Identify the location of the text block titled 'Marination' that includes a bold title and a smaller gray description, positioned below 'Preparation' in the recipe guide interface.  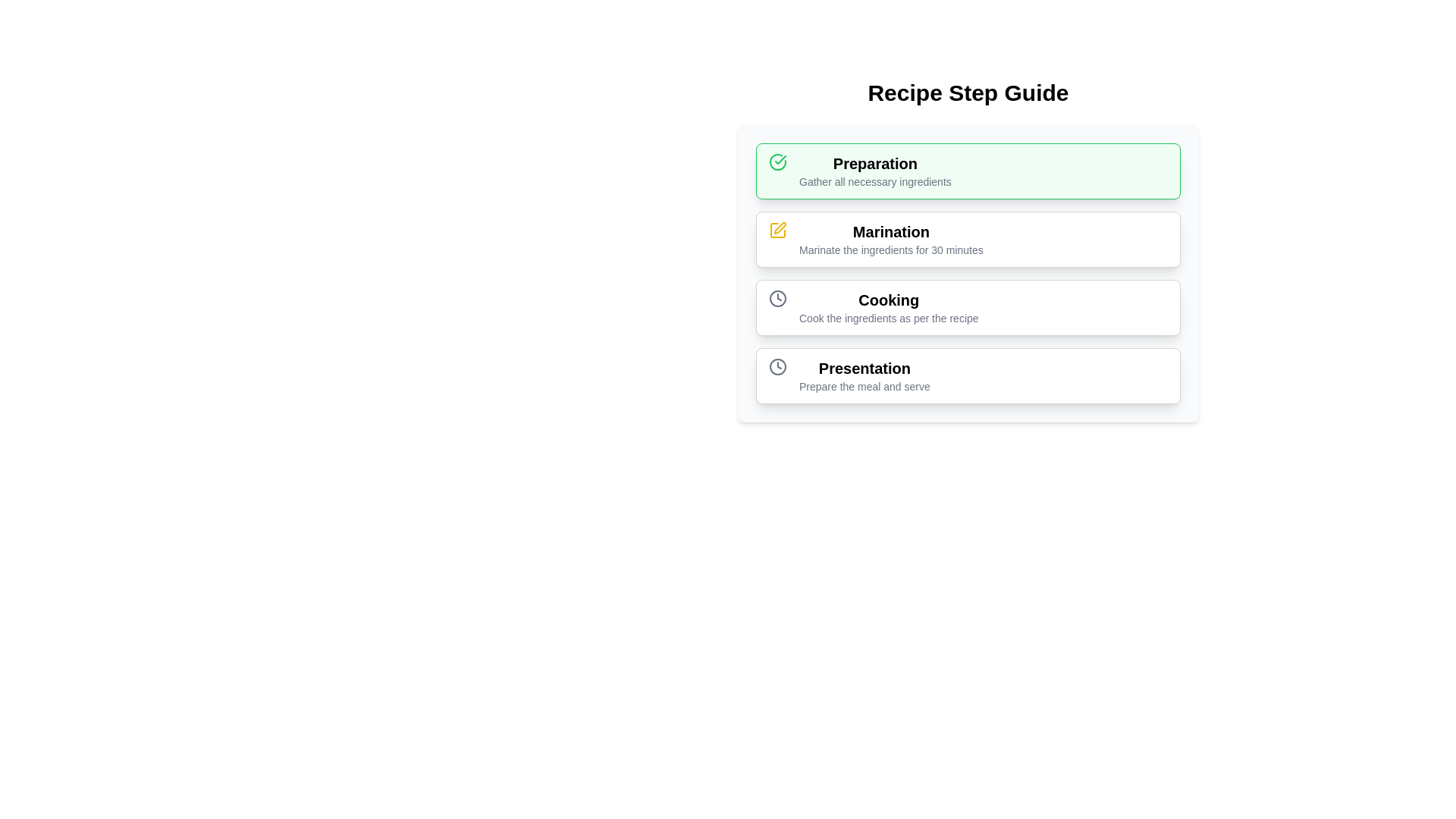
(891, 239).